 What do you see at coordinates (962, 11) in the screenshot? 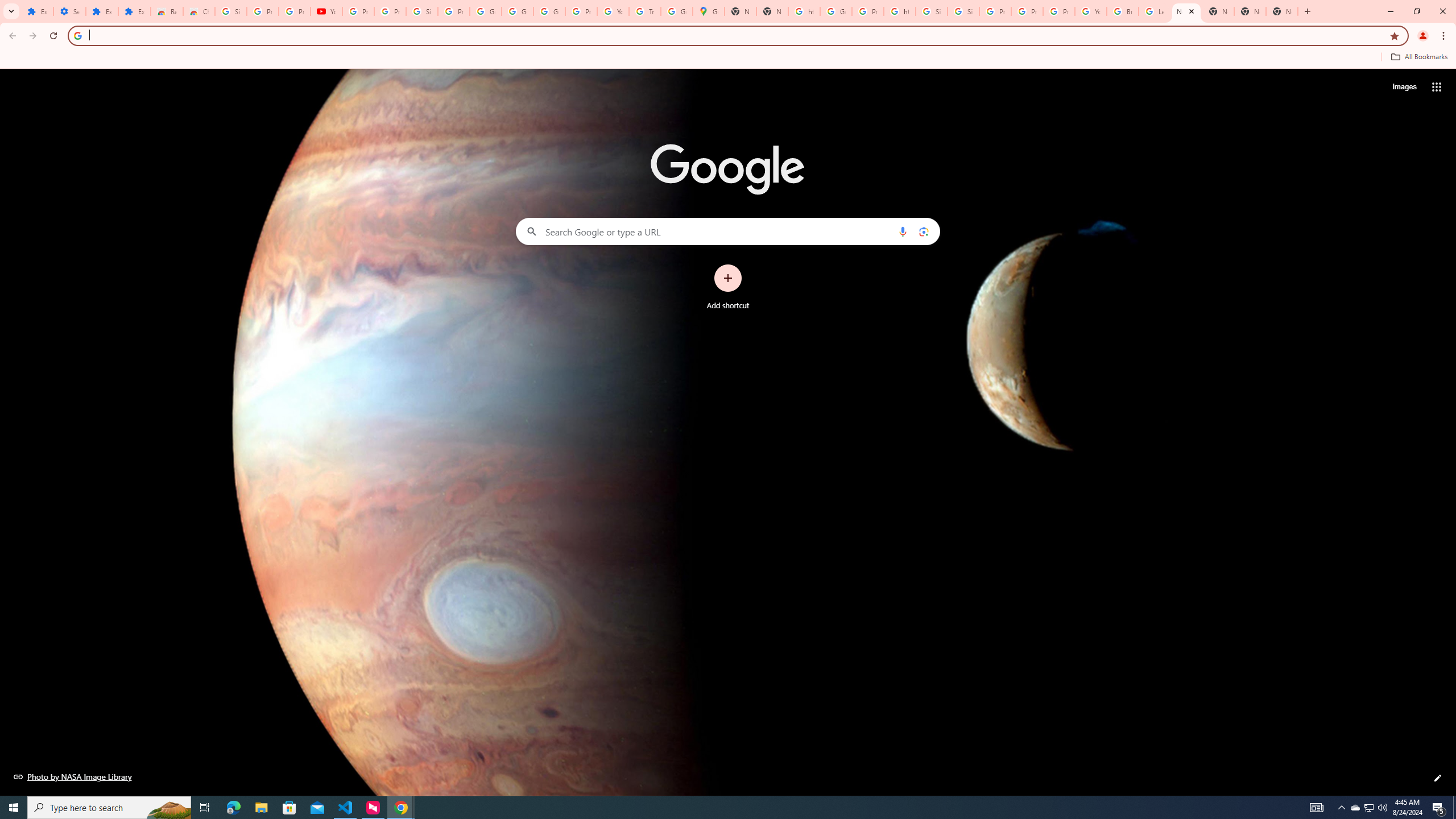
I see `'Sign in - Google Accounts'` at bounding box center [962, 11].